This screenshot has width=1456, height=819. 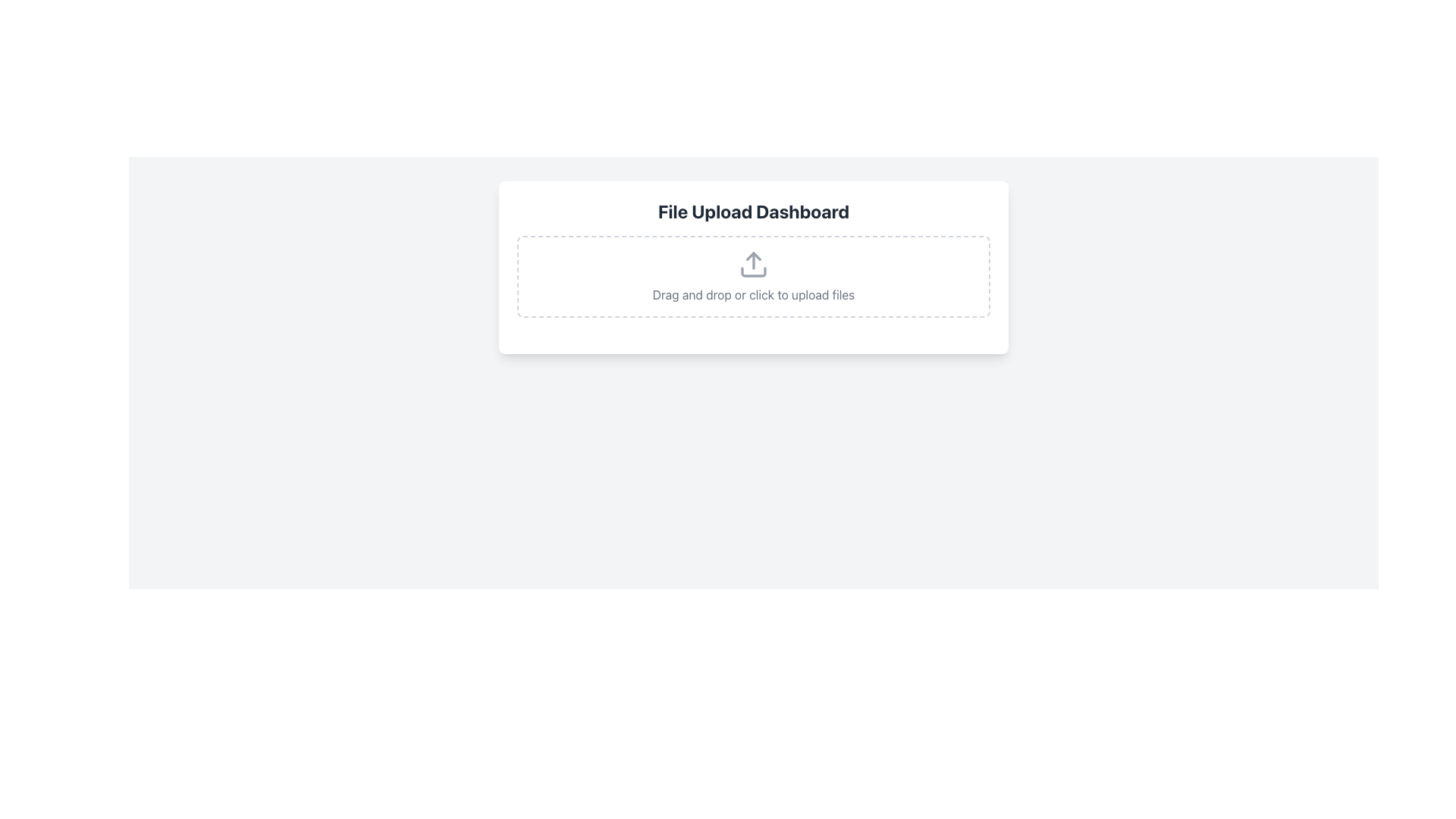 I want to click on the text header displaying 'File Upload Dashboard', which is styled in bold with a 2XL font and positioned at the top of a centered white card, so click(x=753, y=211).